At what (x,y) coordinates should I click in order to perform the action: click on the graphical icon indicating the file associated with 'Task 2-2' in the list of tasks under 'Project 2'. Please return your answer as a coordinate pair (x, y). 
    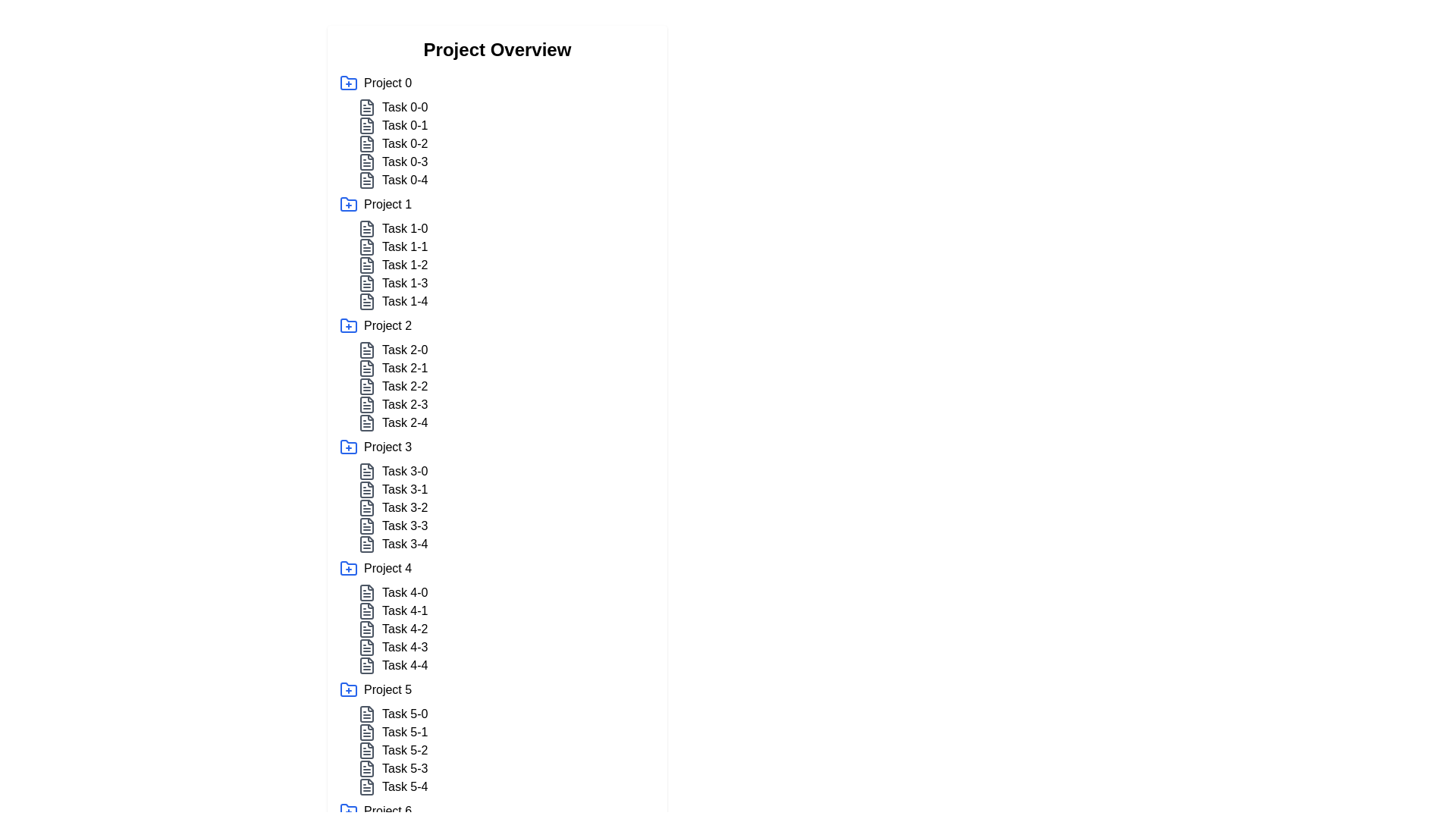
    Looking at the image, I should click on (367, 403).